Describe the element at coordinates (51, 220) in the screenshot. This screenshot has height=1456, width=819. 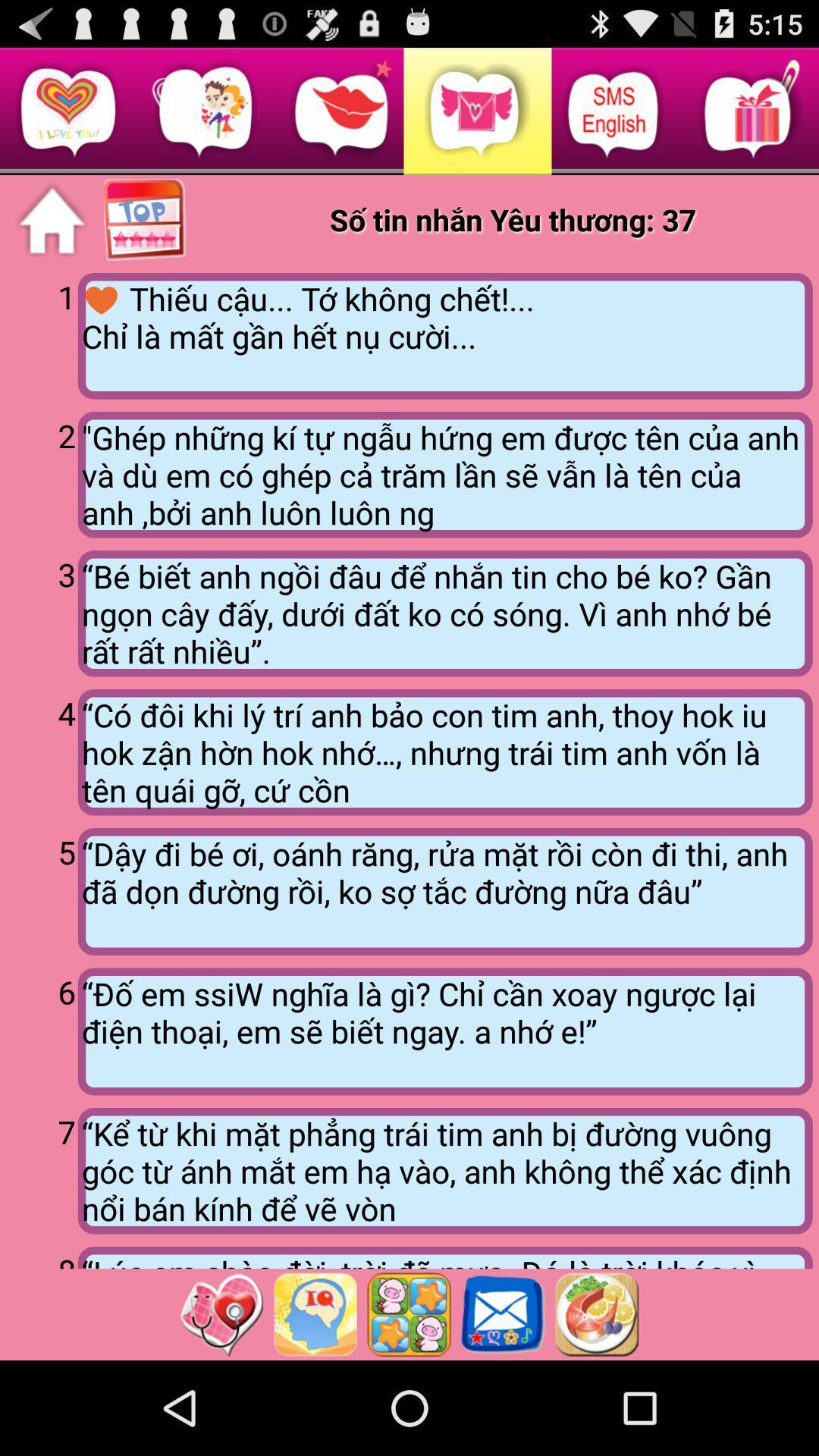
I see `the item above the 1 app` at that location.